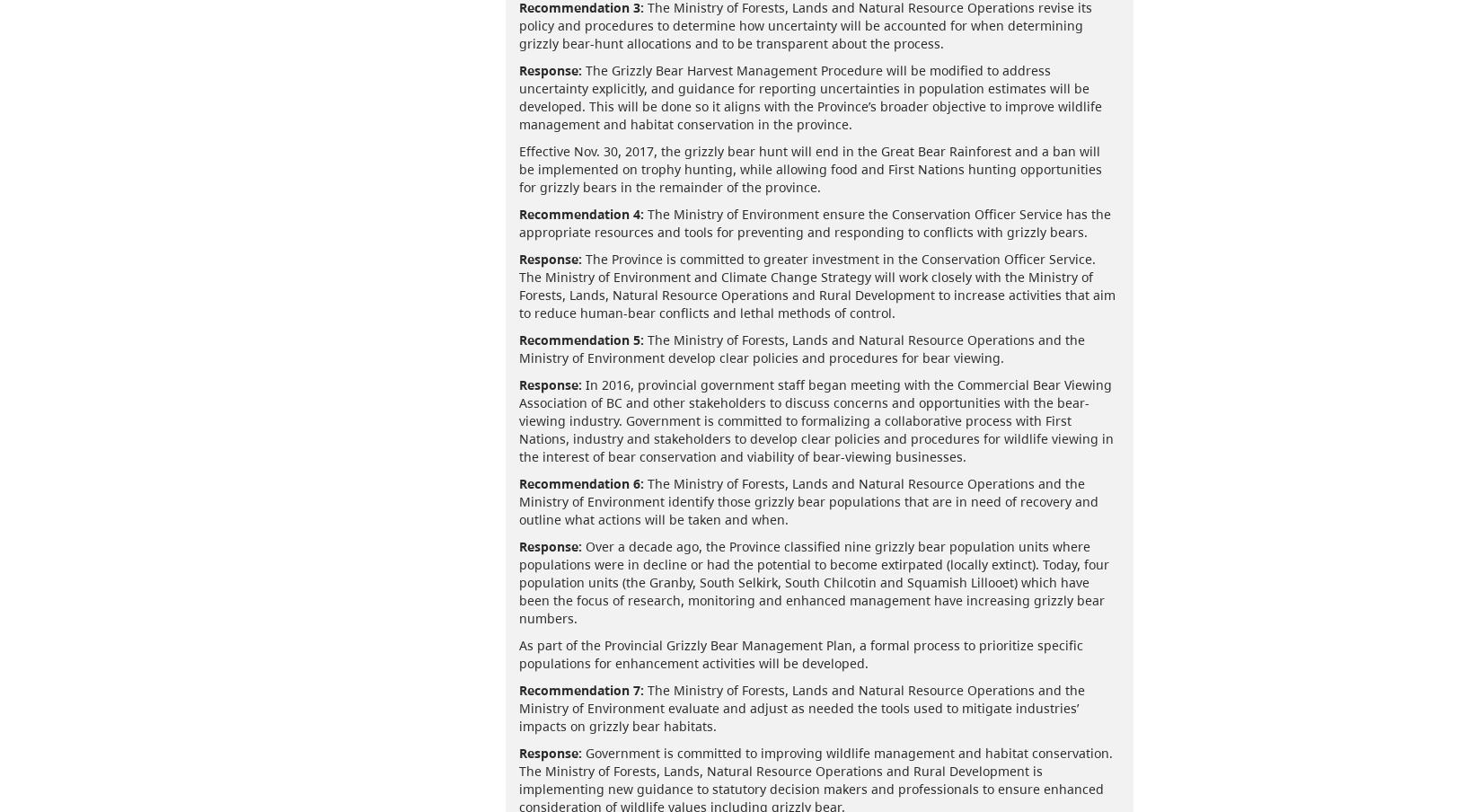 The height and width of the screenshot is (812, 1482). What do you see at coordinates (814, 221) in the screenshot?
I see `'The Ministry of Environment ensure the Conservation Officer Service has the appropriate resources and tools for preventing and responding to conflicts with grizzly bears.'` at bounding box center [814, 221].